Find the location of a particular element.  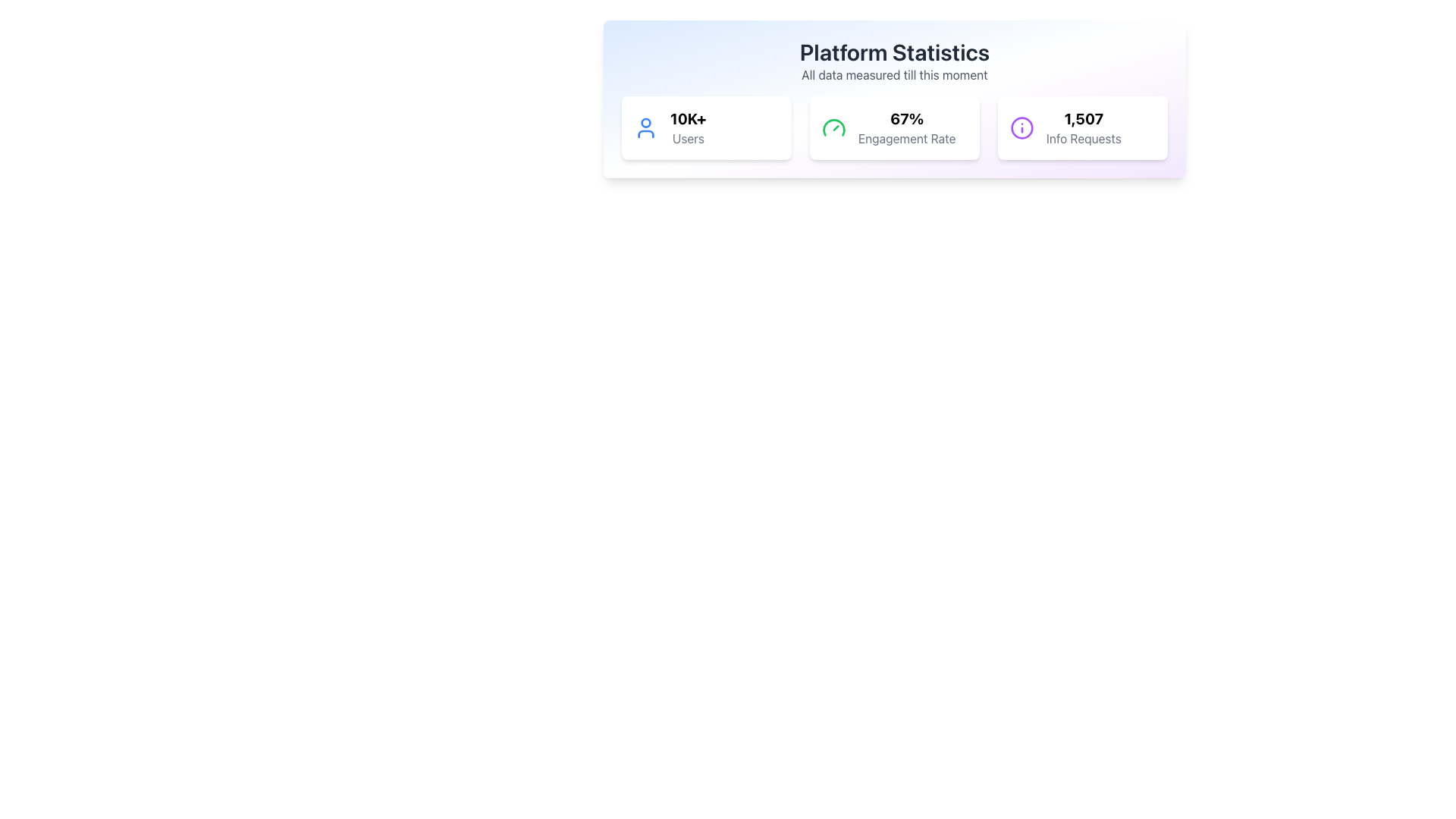

the 'Info Requests' text label element, which is styled in gray font and is positioned directly below the number '1,507' on the rightmost card of a statistics dashboard is located at coordinates (1083, 138).